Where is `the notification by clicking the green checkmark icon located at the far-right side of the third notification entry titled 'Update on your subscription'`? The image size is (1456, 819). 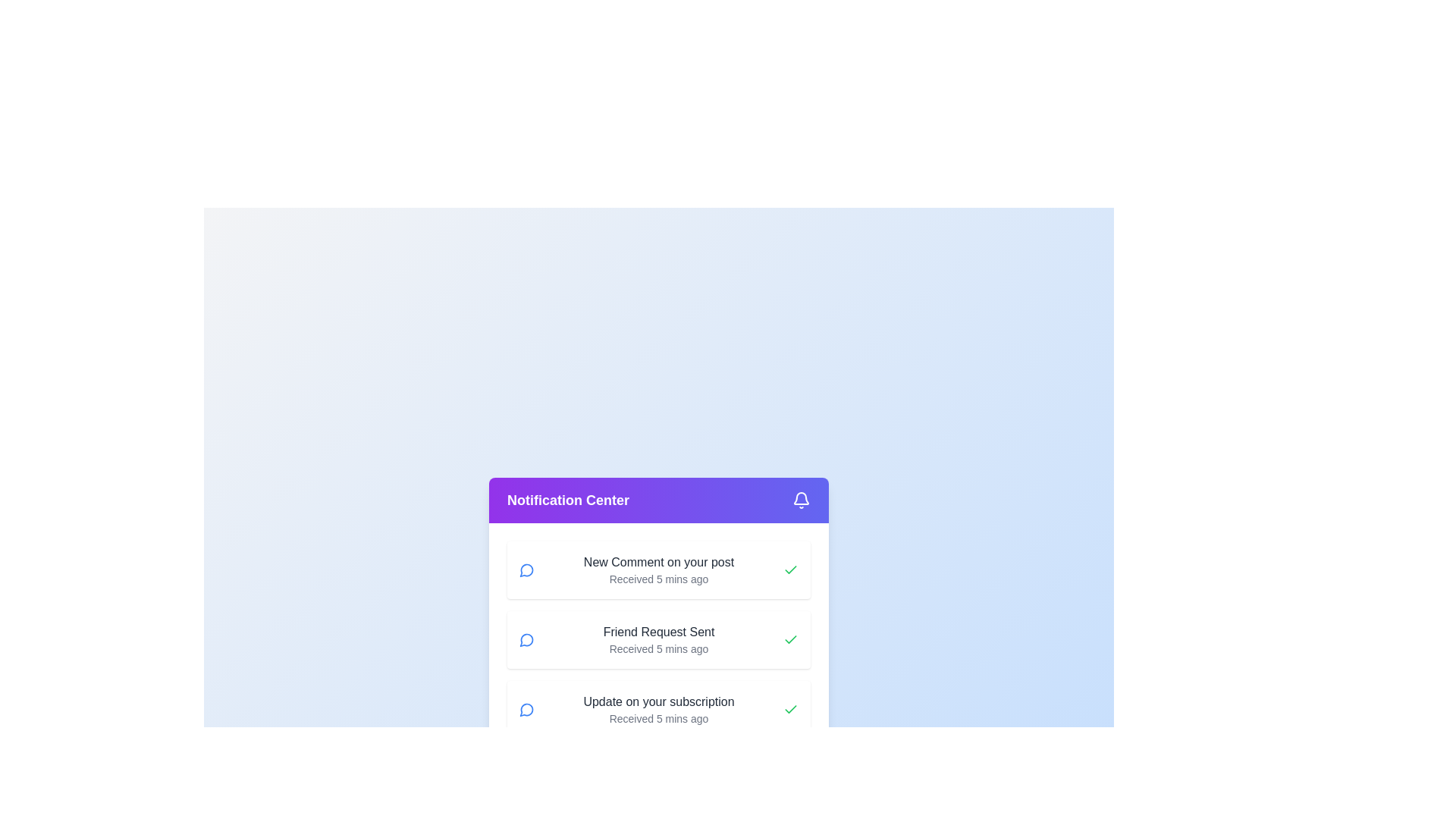
the notification by clicking the green checkmark icon located at the far-right side of the third notification entry titled 'Update on your subscription' is located at coordinates (789, 710).